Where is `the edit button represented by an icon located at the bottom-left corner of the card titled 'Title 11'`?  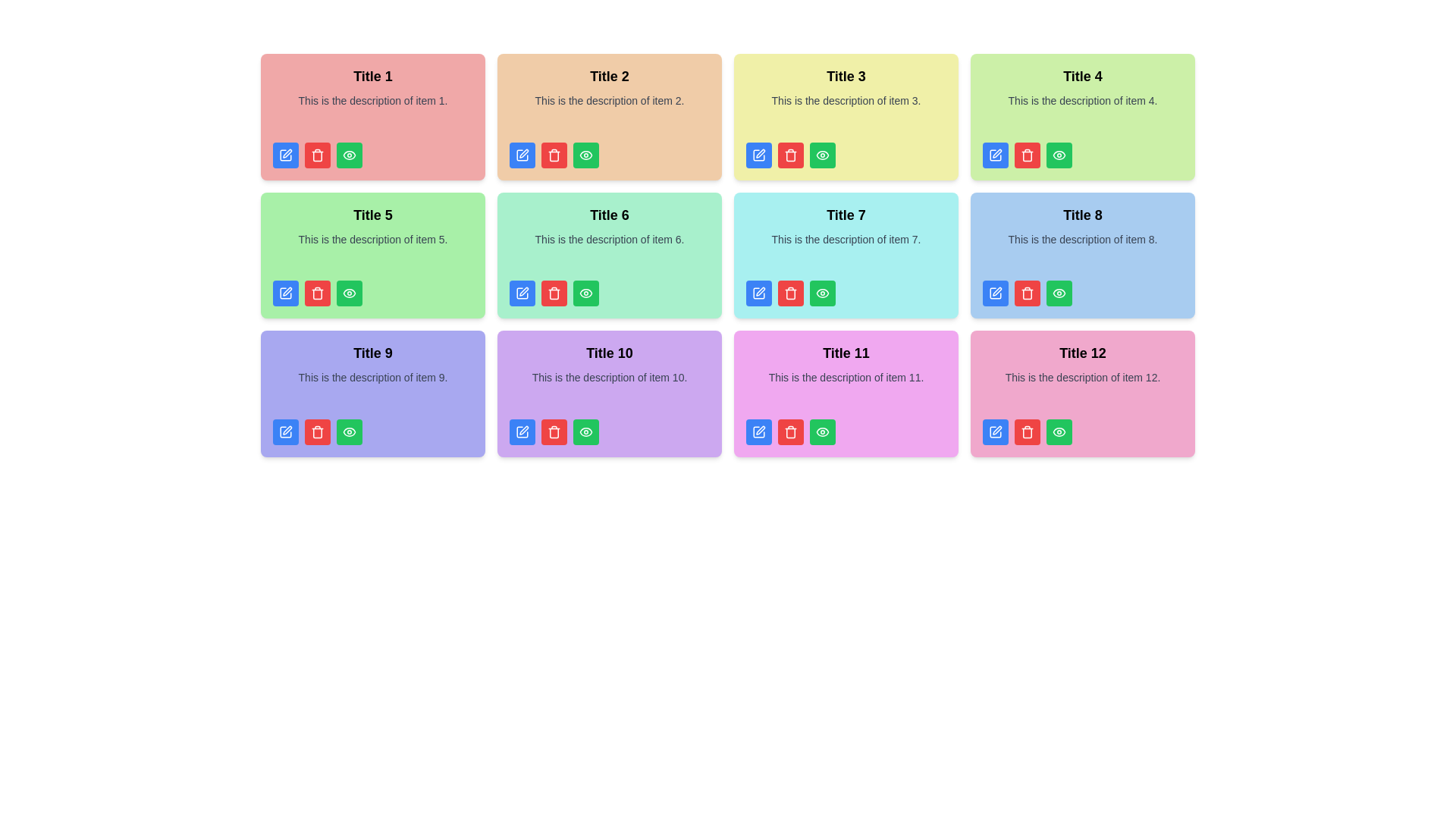 the edit button represented by an icon located at the bottom-left corner of the card titled 'Title 11' is located at coordinates (759, 431).